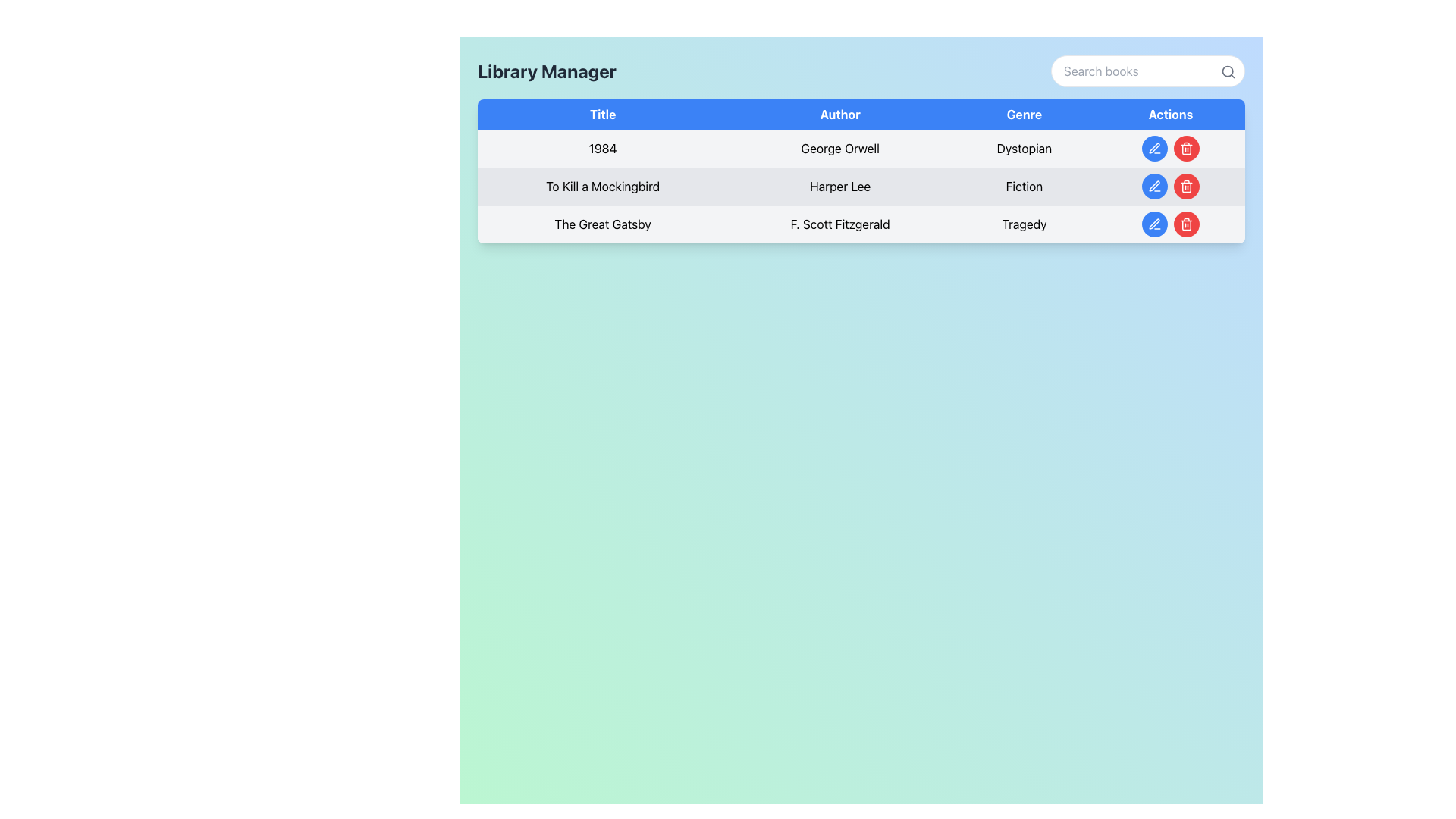 This screenshot has width=1456, height=819. Describe the element at coordinates (839, 186) in the screenshot. I see `the text label displaying 'Harper Lee' located in the second row under the 'Author' column of the table` at that location.